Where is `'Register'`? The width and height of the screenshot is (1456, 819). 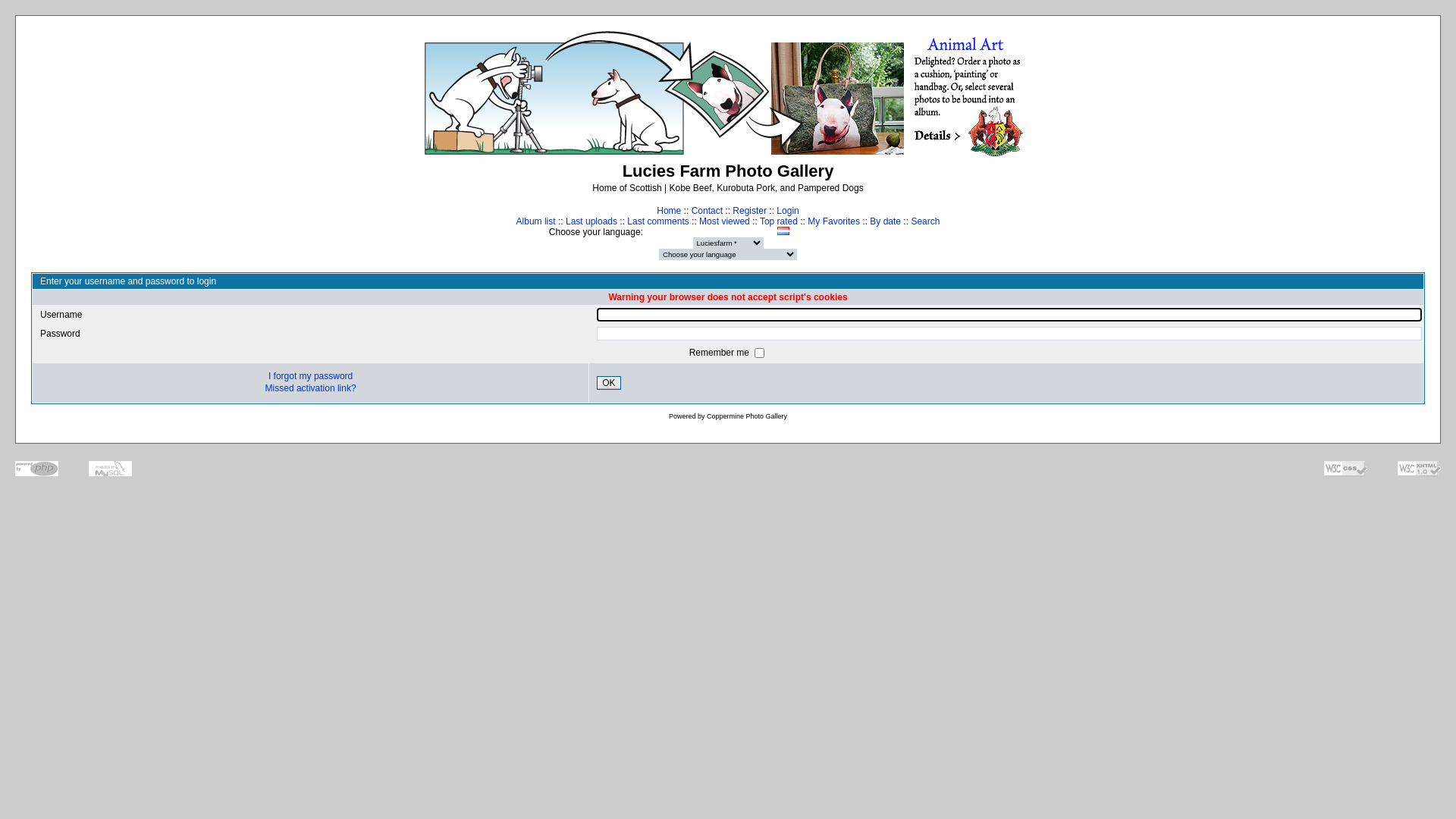
'Register' is located at coordinates (749, 210).